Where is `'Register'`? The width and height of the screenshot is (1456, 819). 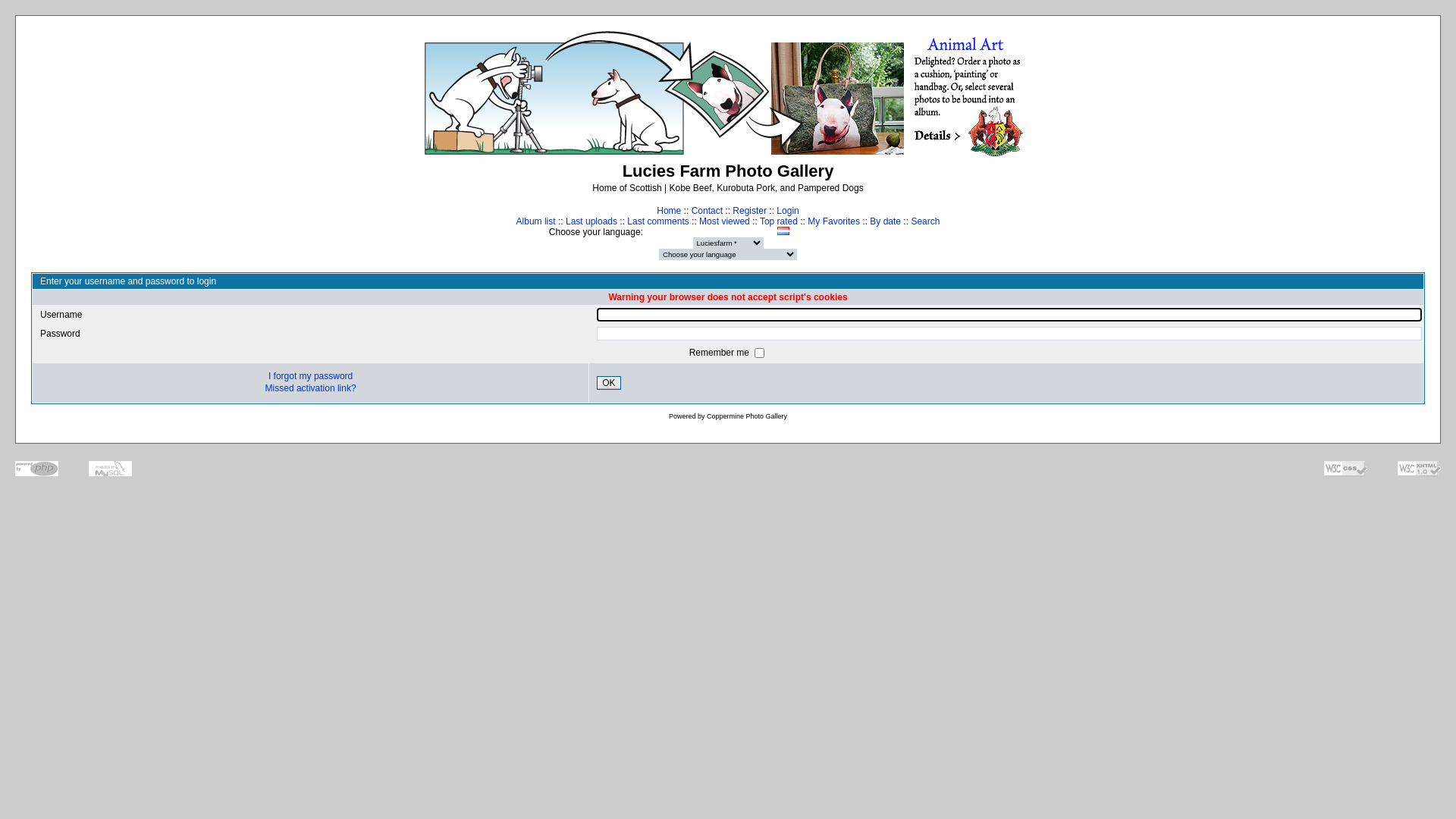
'Register' is located at coordinates (749, 210).